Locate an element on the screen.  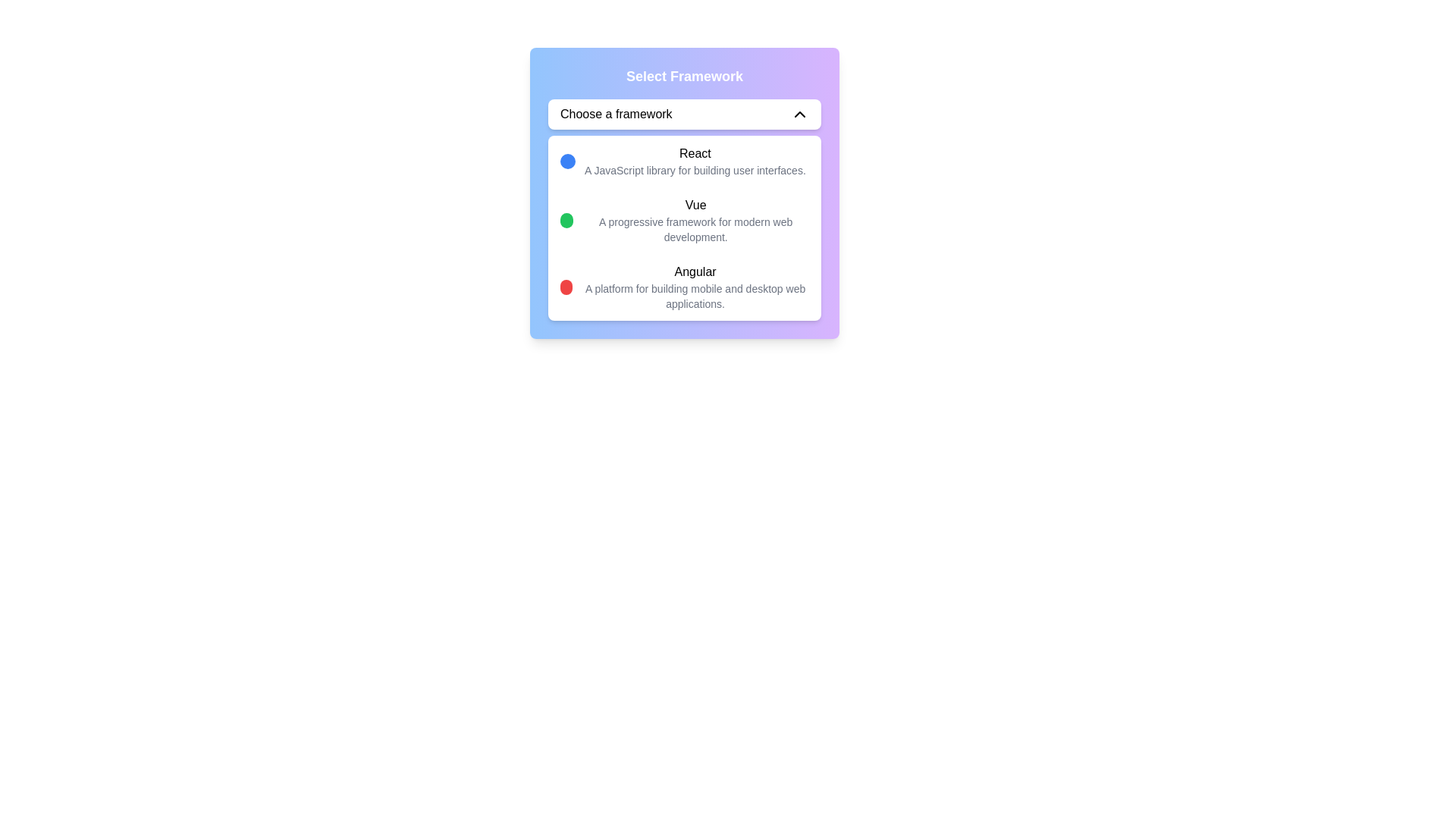
the visual indicator for the 'Angular' framework option located in the bottom entry of the dropdown menu list, positioned before the text 'Angular' and 'A platform for building mobile and desktop web applications.' is located at coordinates (566, 287).